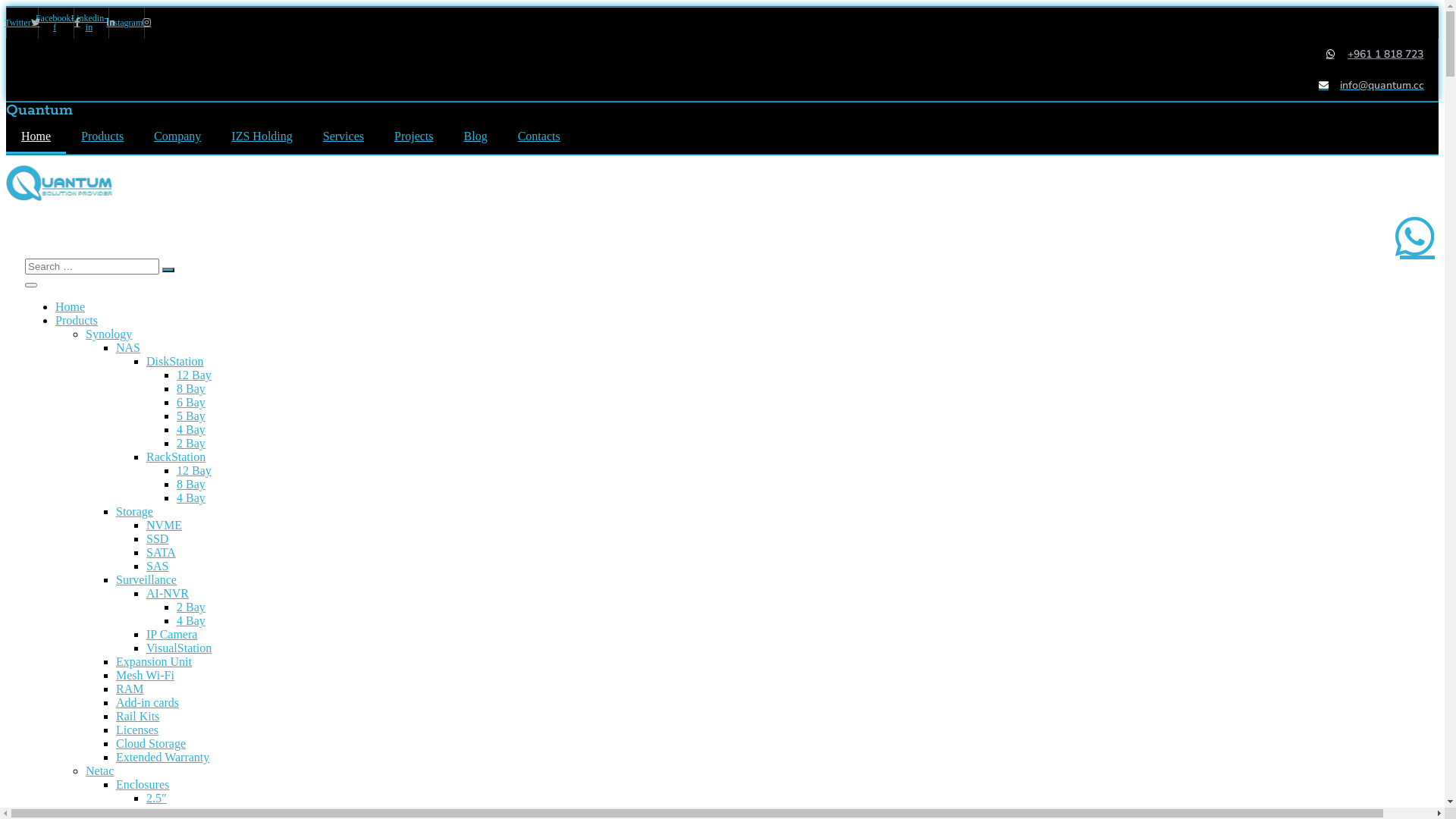  I want to click on 'Projects', so click(414, 136).